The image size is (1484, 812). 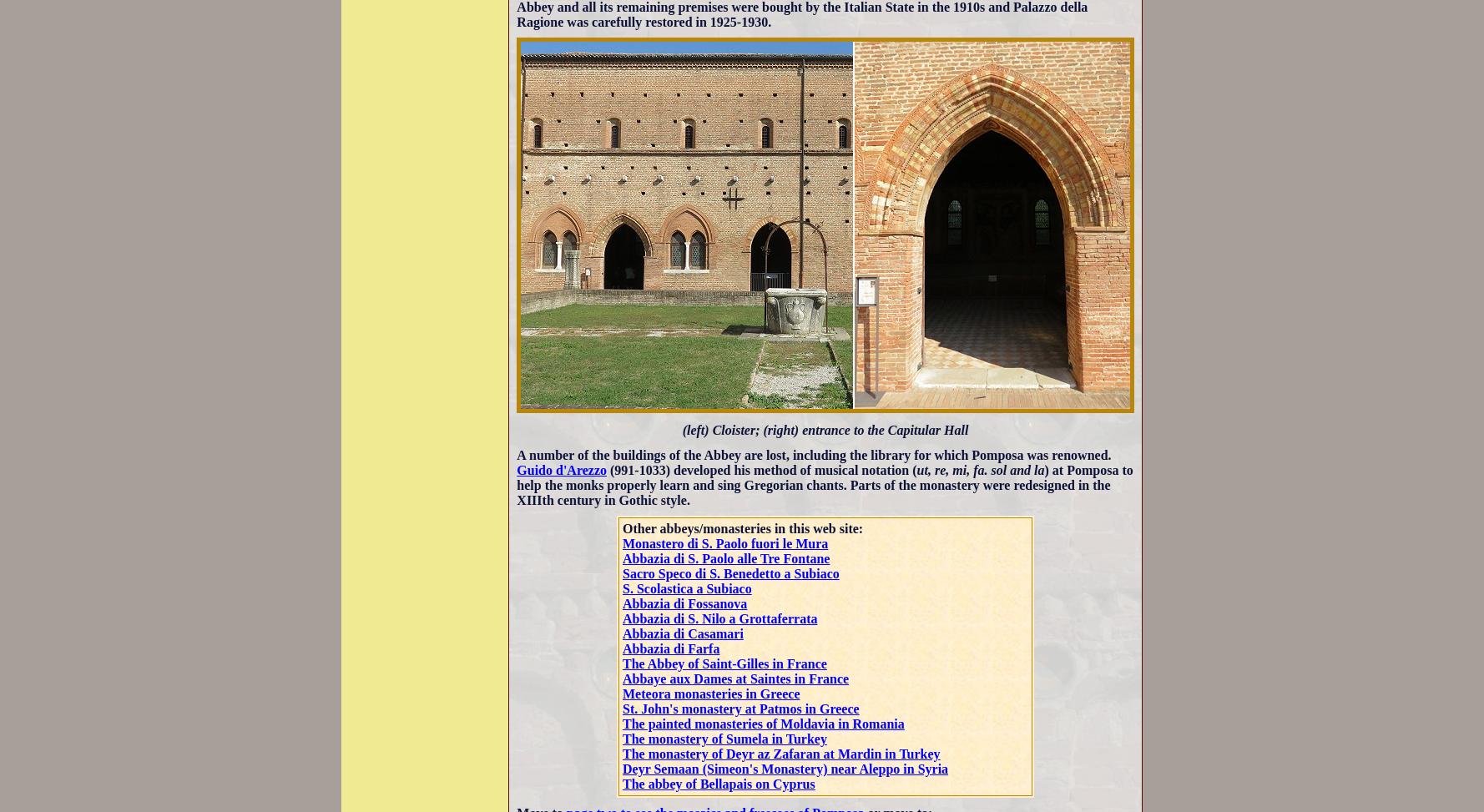 What do you see at coordinates (683, 633) in the screenshot?
I see `'Abbazia di Casamari'` at bounding box center [683, 633].